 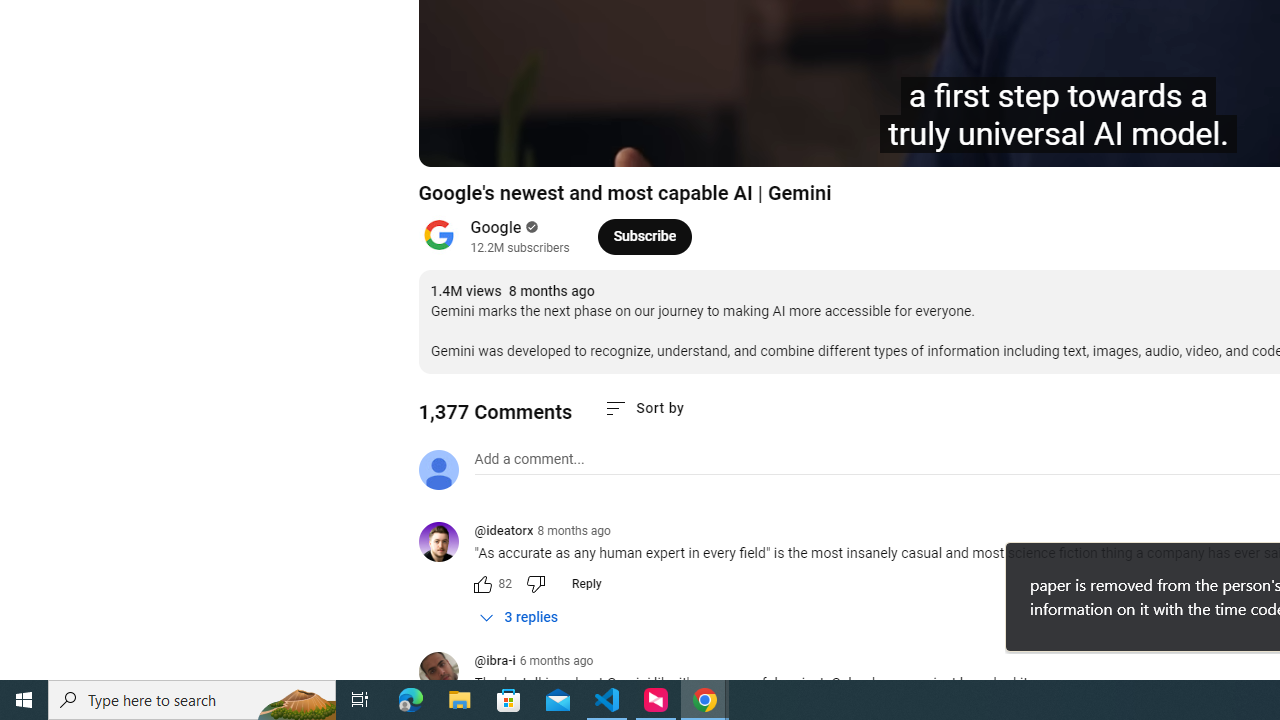 What do you see at coordinates (445, 673) in the screenshot?
I see `'@ibra-i'` at bounding box center [445, 673].